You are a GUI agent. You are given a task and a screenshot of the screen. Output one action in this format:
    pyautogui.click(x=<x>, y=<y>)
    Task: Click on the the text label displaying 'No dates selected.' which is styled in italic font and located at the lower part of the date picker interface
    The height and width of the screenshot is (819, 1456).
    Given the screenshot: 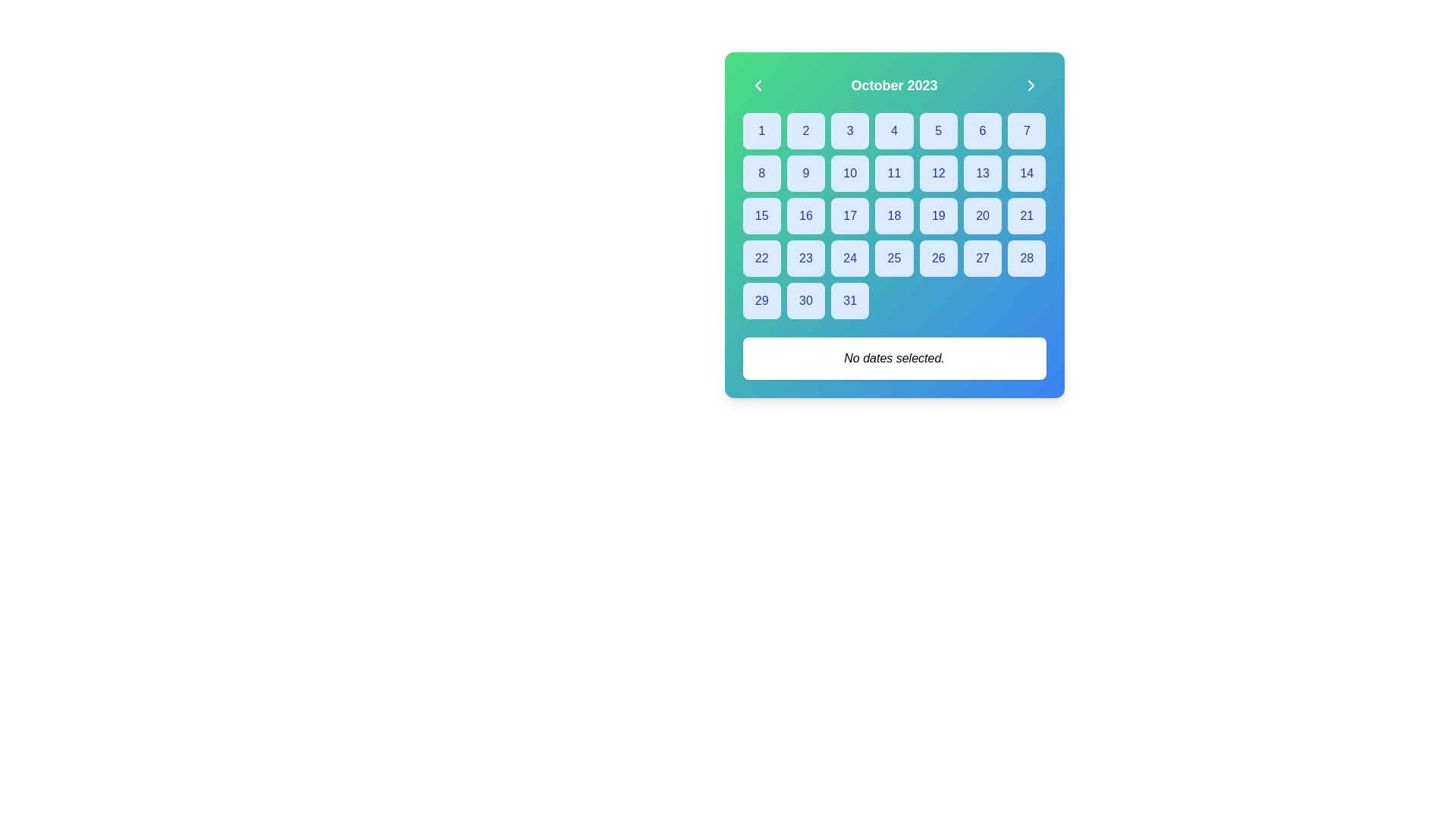 What is the action you would take?
    pyautogui.click(x=894, y=358)
    